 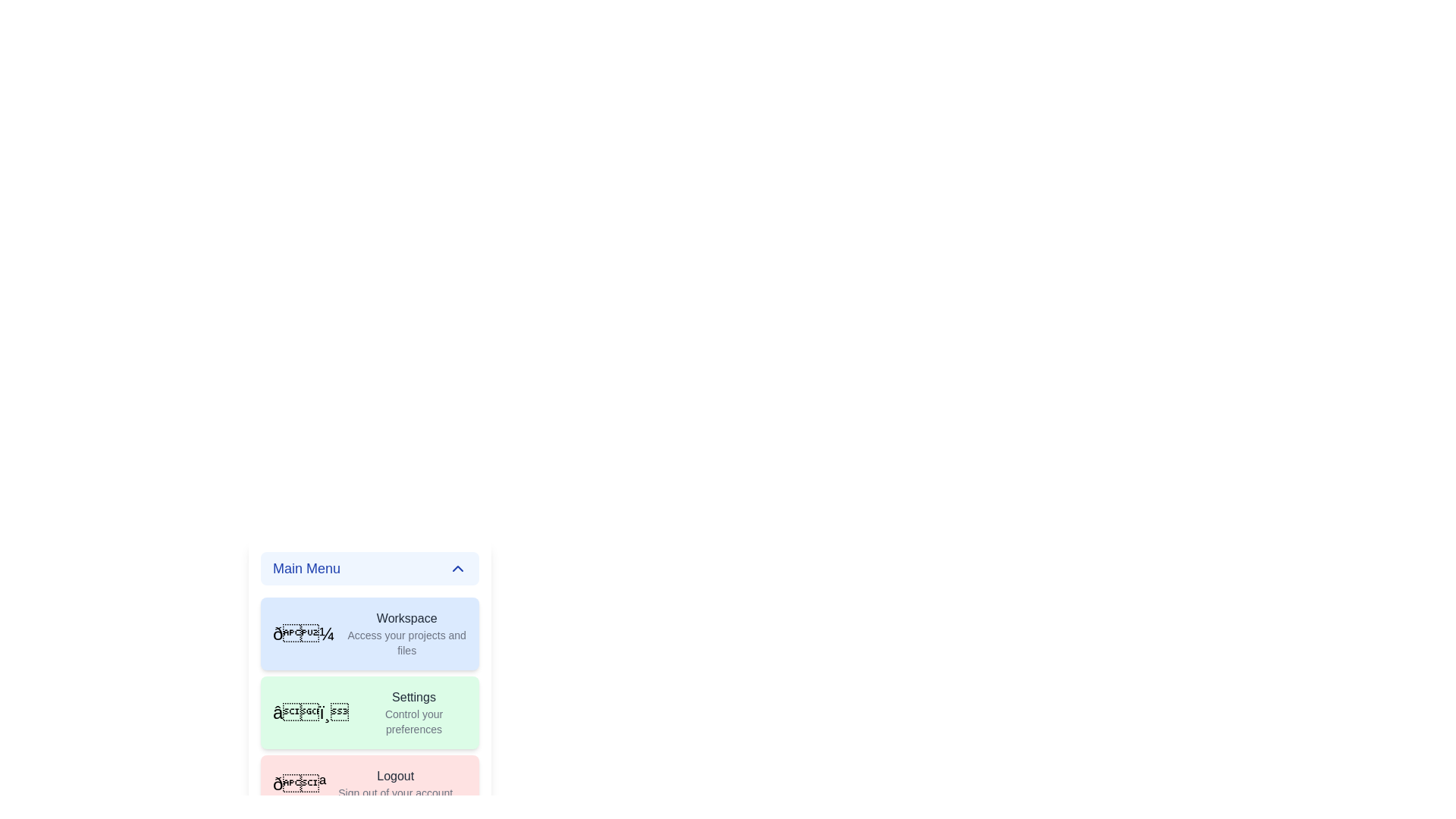 What do you see at coordinates (406, 634) in the screenshot?
I see `contents of the Text label located within the top blue card in the vertical list, which serves as a menu item guiding users to access their workspace containing projects and files` at bounding box center [406, 634].